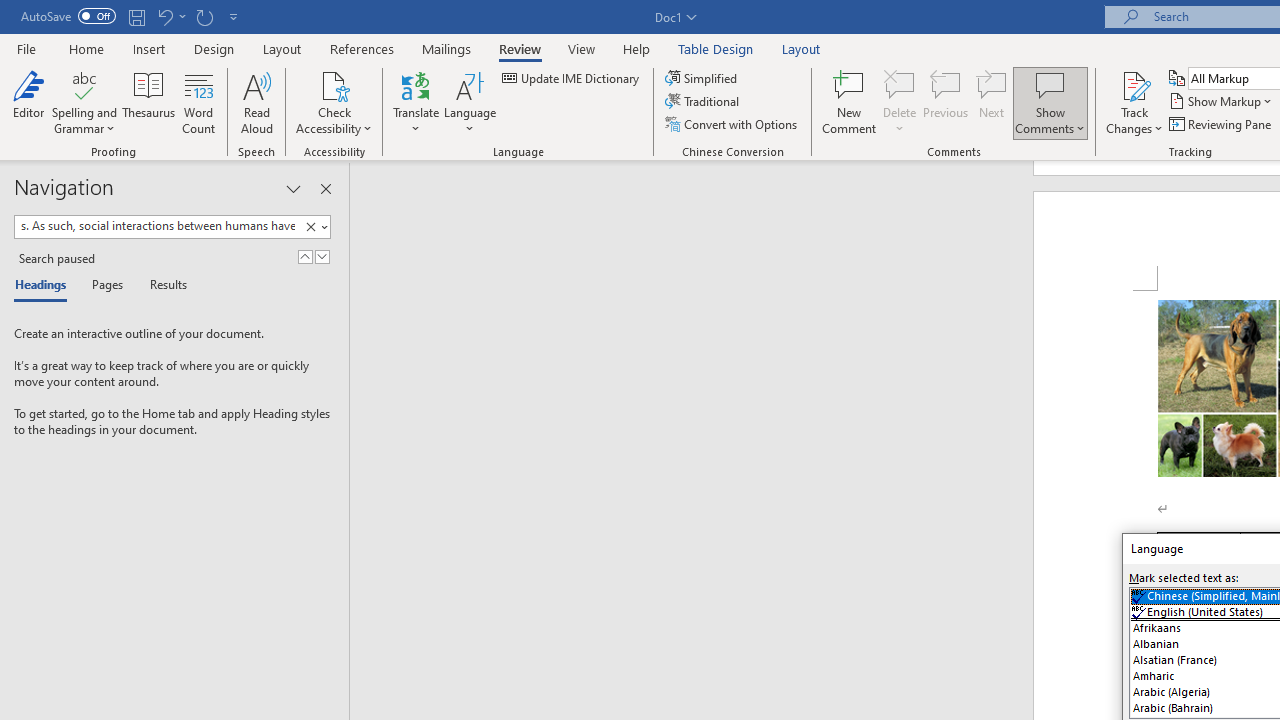 The width and height of the screenshot is (1280, 720). What do you see at coordinates (992, 103) in the screenshot?
I see `'Next'` at bounding box center [992, 103].